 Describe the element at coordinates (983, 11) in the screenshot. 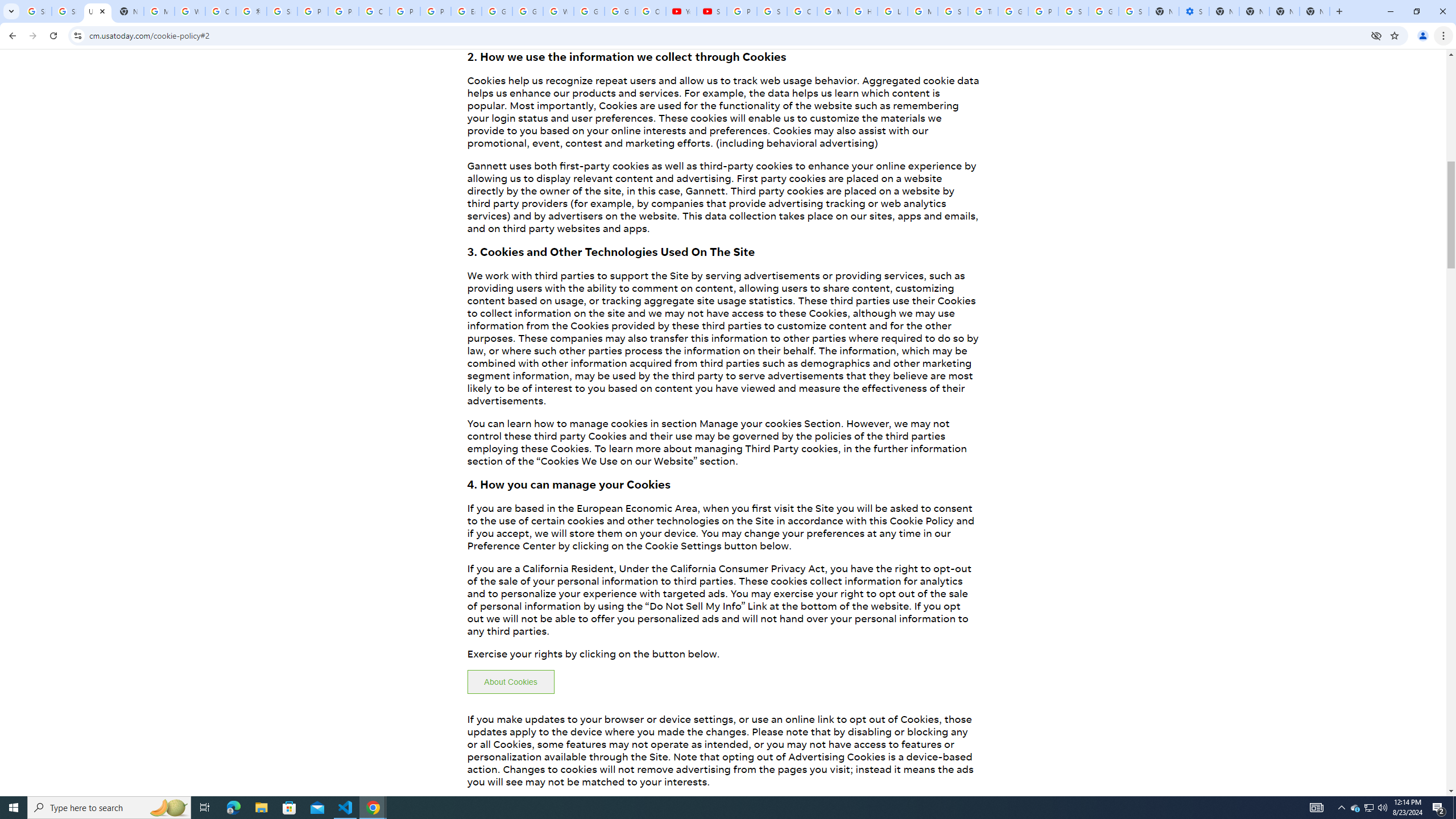

I see `'Trusted Information and Content - Google Safety Center'` at that location.